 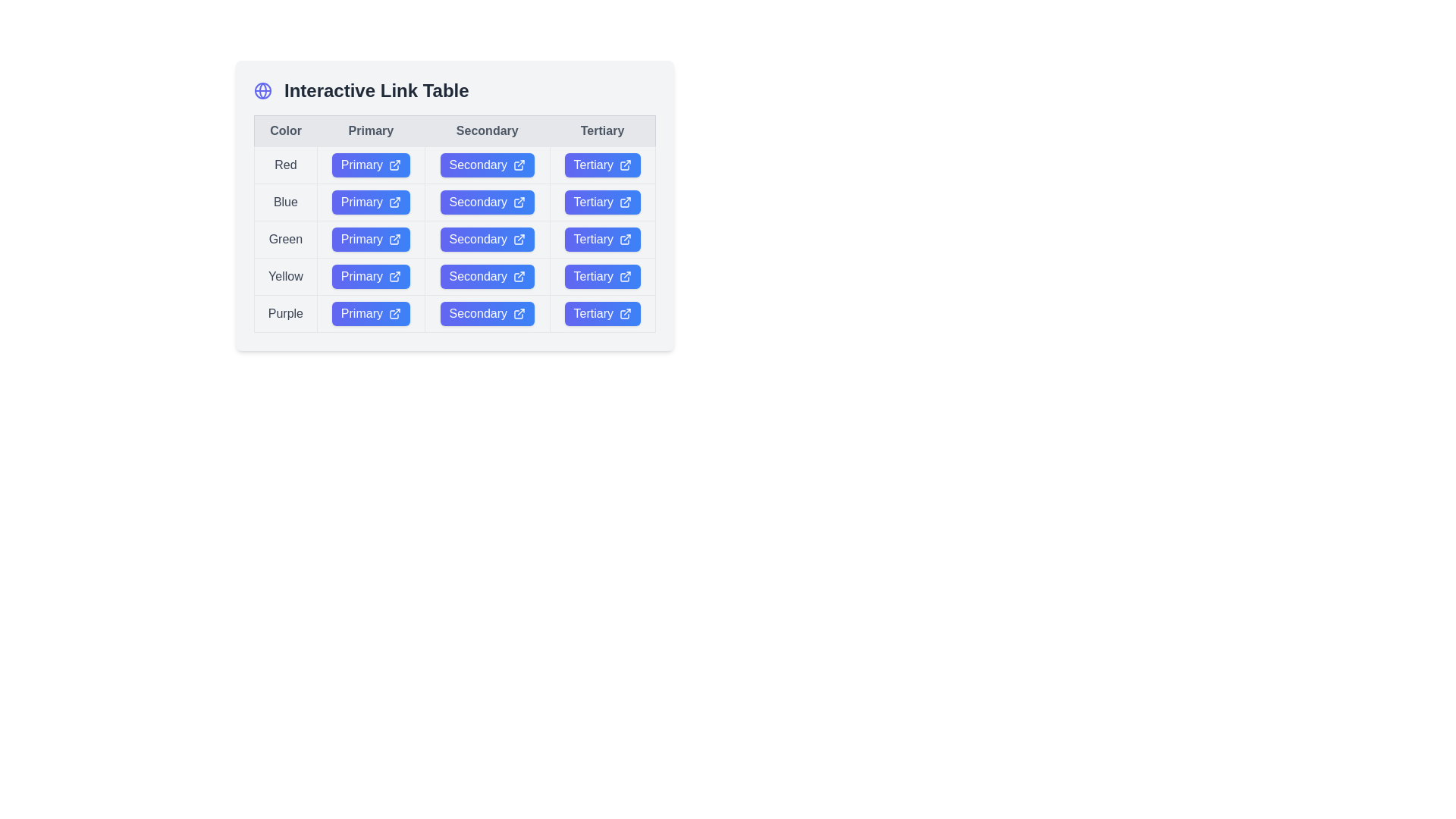 What do you see at coordinates (519, 165) in the screenshot?
I see `the icon in the 'Secondary' button (first row, red color) of the 'Interactive Link Table'` at bounding box center [519, 165].